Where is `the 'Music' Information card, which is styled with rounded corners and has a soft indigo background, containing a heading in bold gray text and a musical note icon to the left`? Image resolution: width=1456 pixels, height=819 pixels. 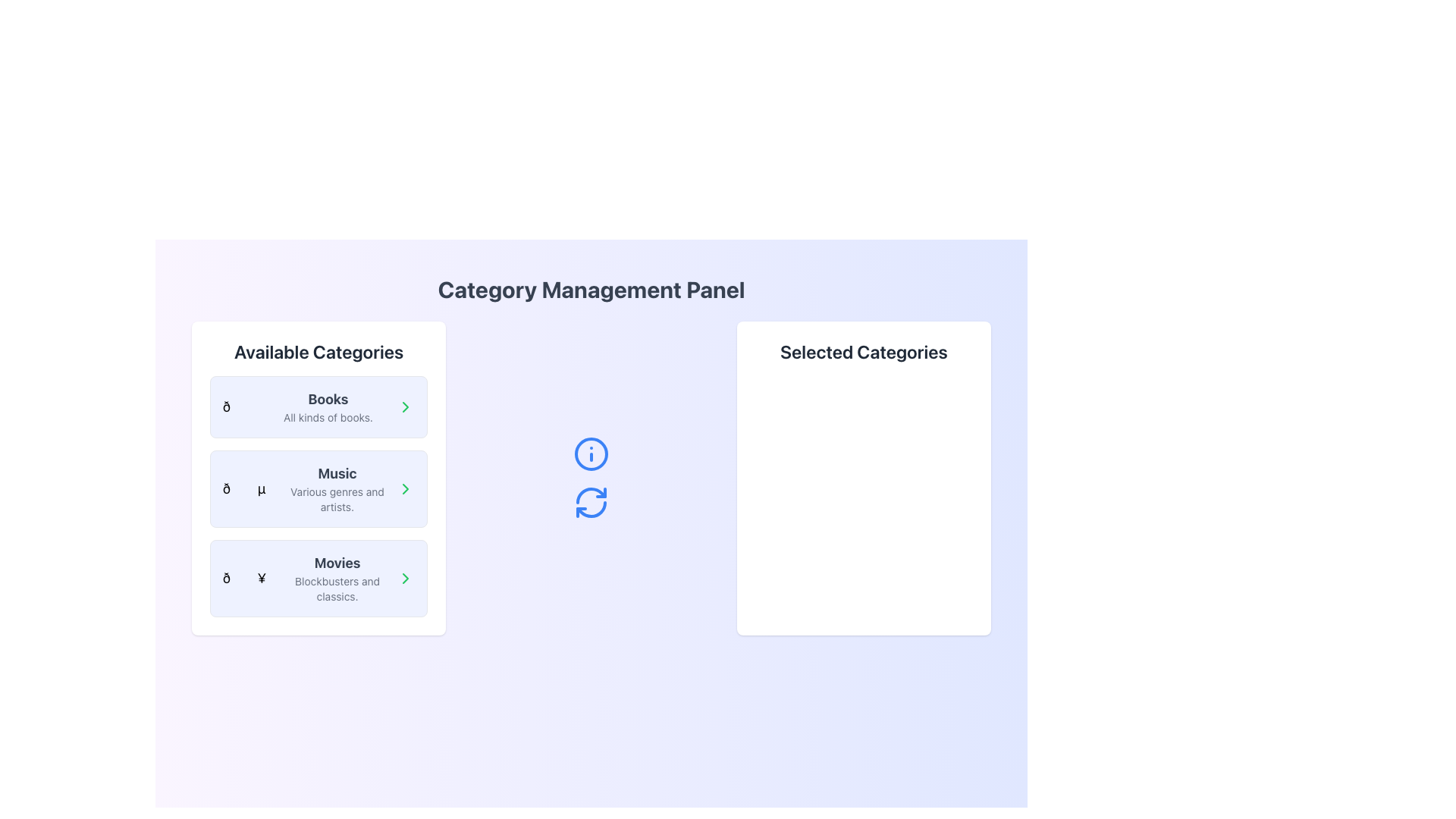
the 'Music' Information card, which is styled with rounded corners and has a soft indigo background, containing a heading in bold gray text and a musical note icon to the left is located at coordinates (318, 488).